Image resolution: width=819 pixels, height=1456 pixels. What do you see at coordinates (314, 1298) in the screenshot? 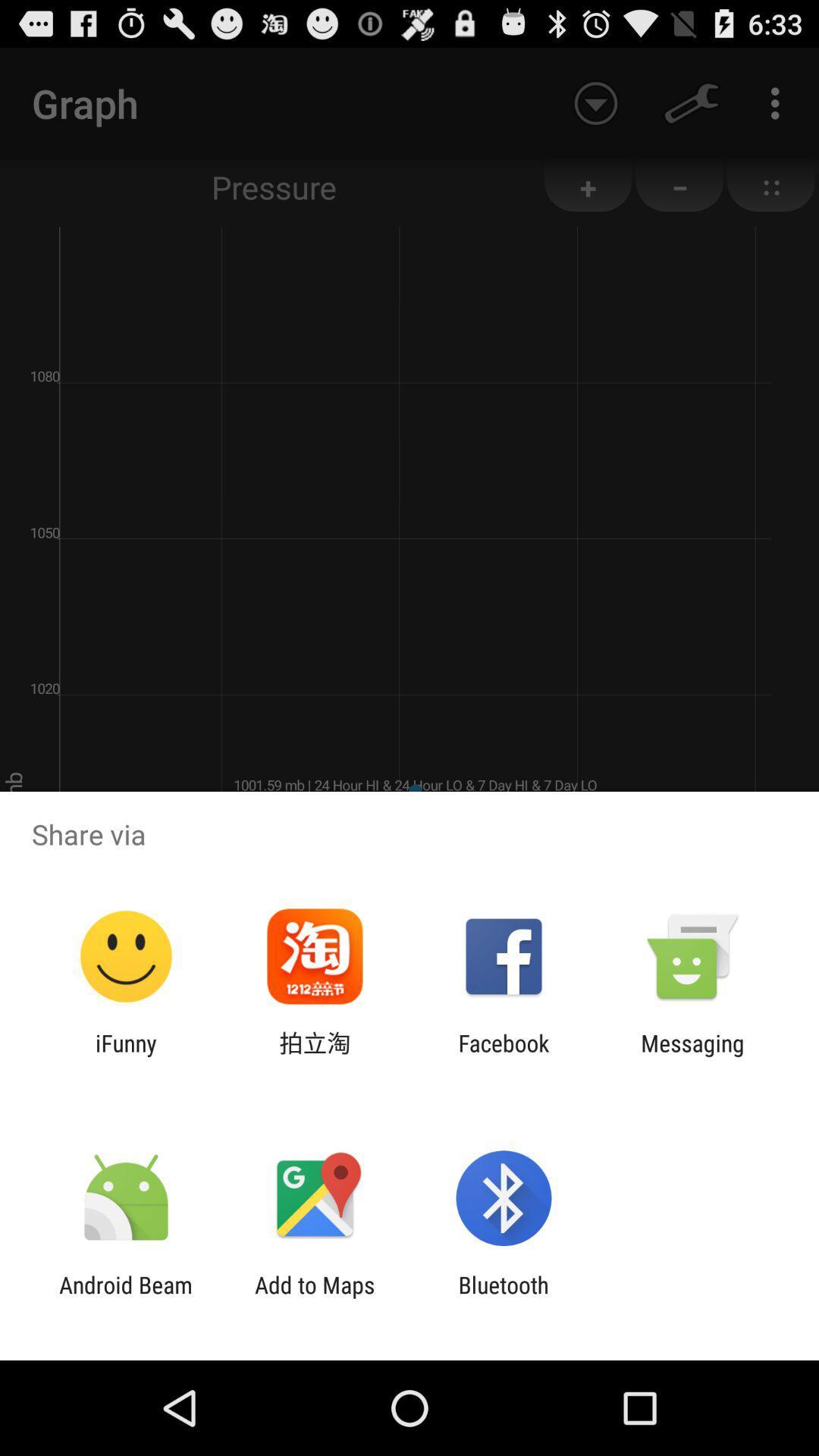
I see `the add to maps app` at bounding box center [314, 1298].